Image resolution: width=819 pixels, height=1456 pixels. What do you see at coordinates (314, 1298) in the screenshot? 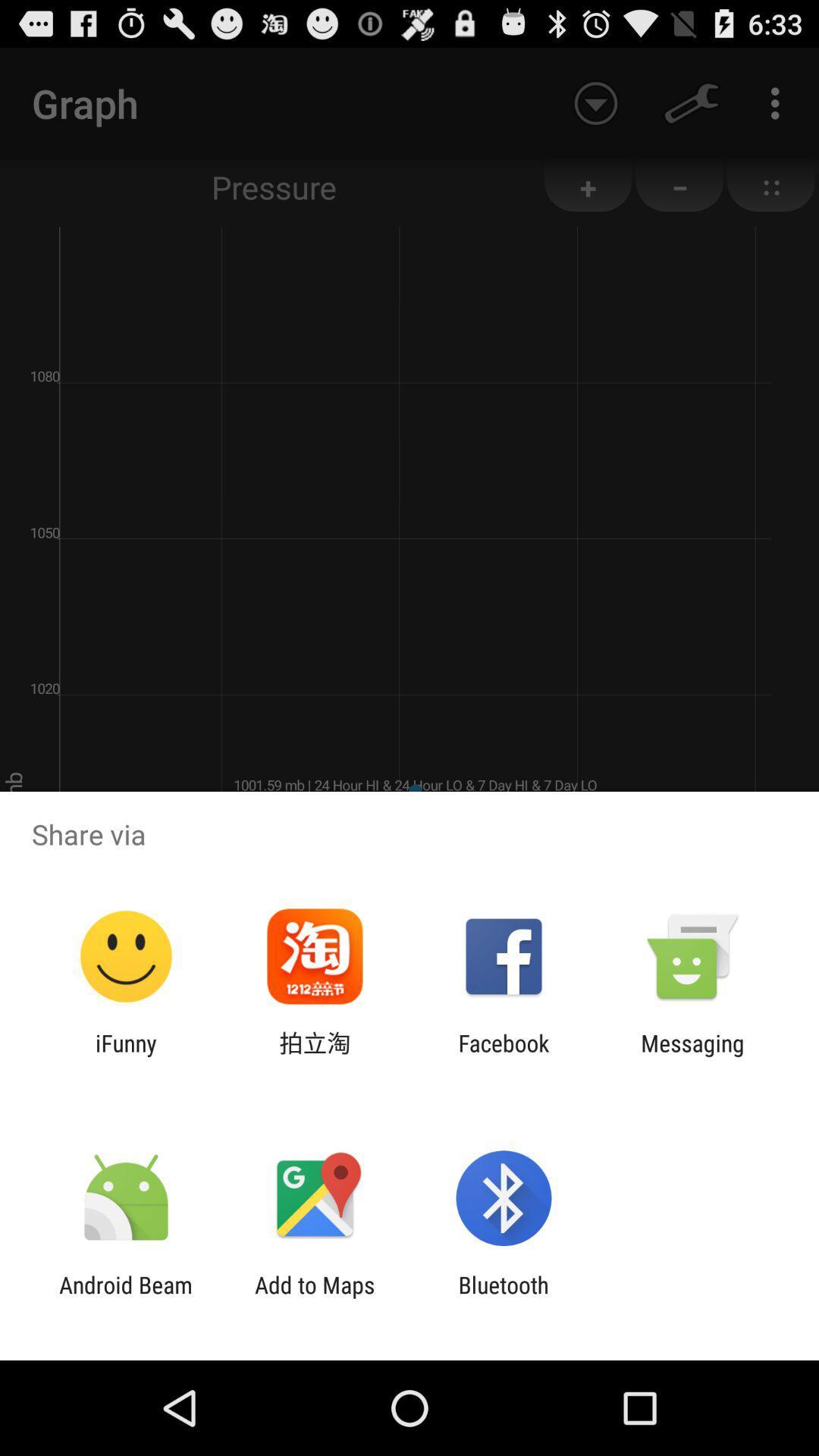
I see `the add to maps app` at bounding box center [314, 1298].